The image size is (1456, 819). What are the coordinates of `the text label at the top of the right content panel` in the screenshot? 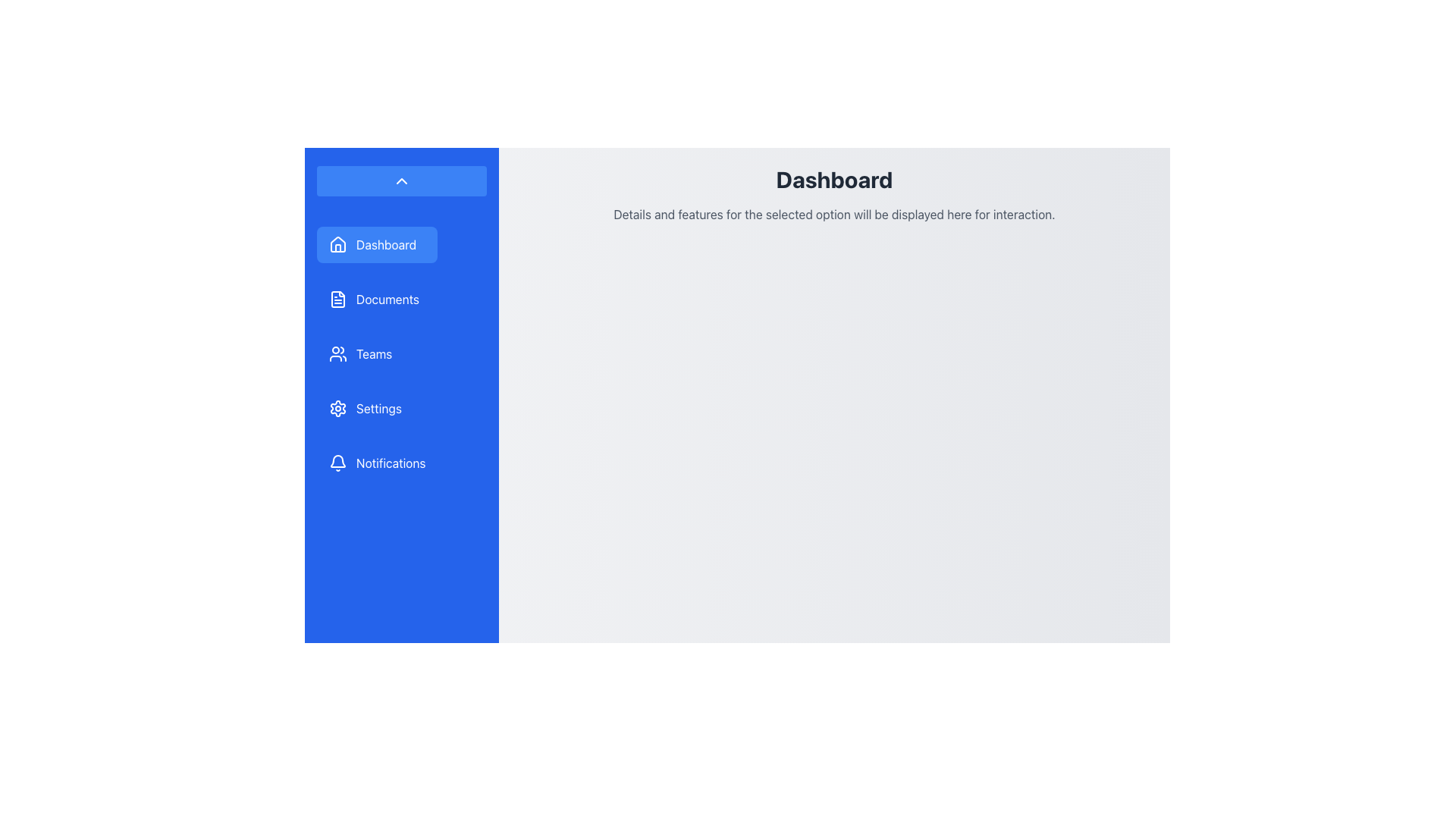 It's located at (833, 178).